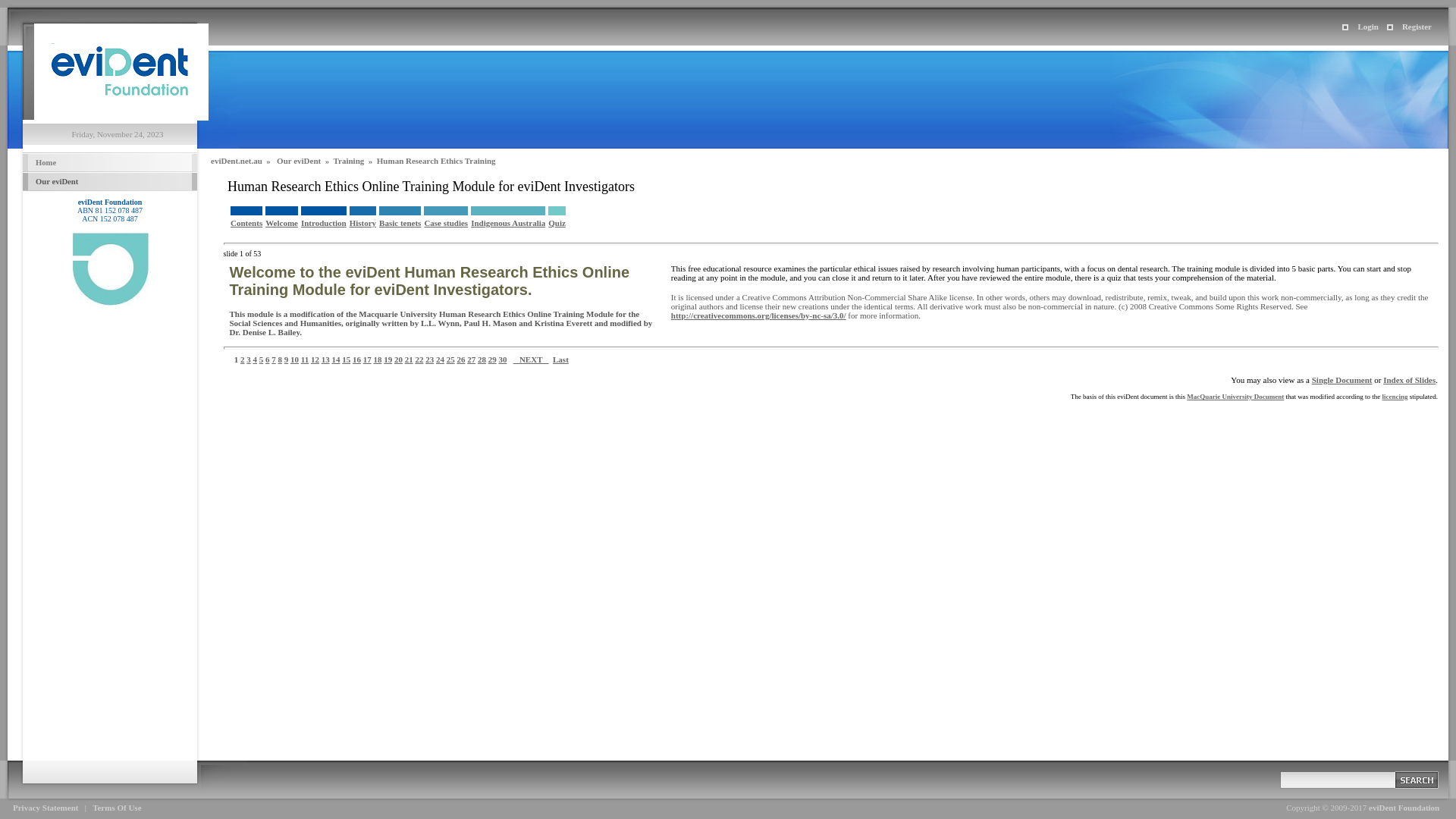 The width and height of the screenshot is (1456, 819). Describe the element at coordinates (1408, 26) in the screenshot. I see `'Register'` at that location.